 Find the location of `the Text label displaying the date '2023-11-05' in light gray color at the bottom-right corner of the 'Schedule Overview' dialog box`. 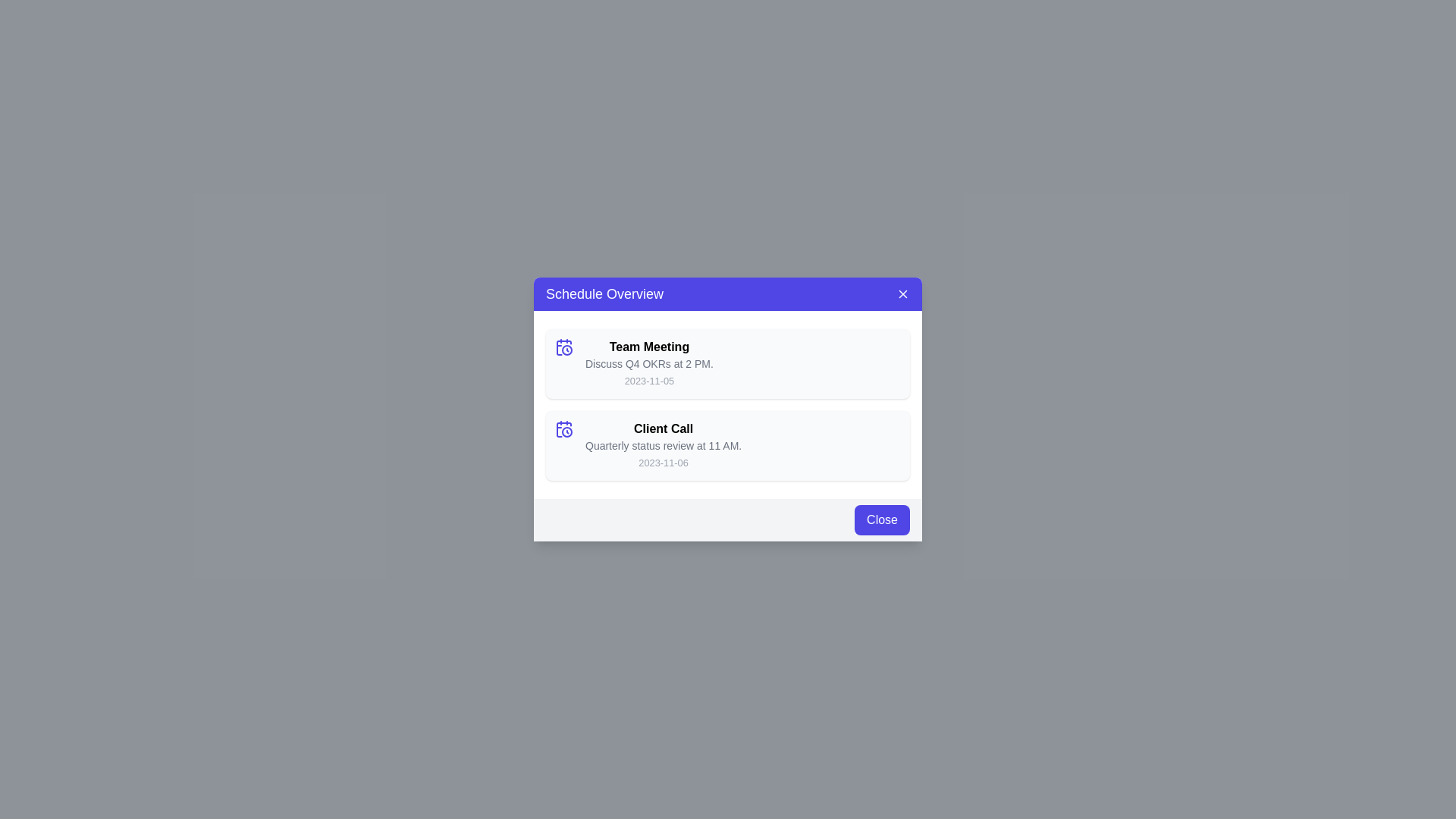

the Text label displaying the date '2023-11-05' in light gray color at the bottom-right corner of the 'Schedule Overview' dialog box is located at coordinates (649, 380).